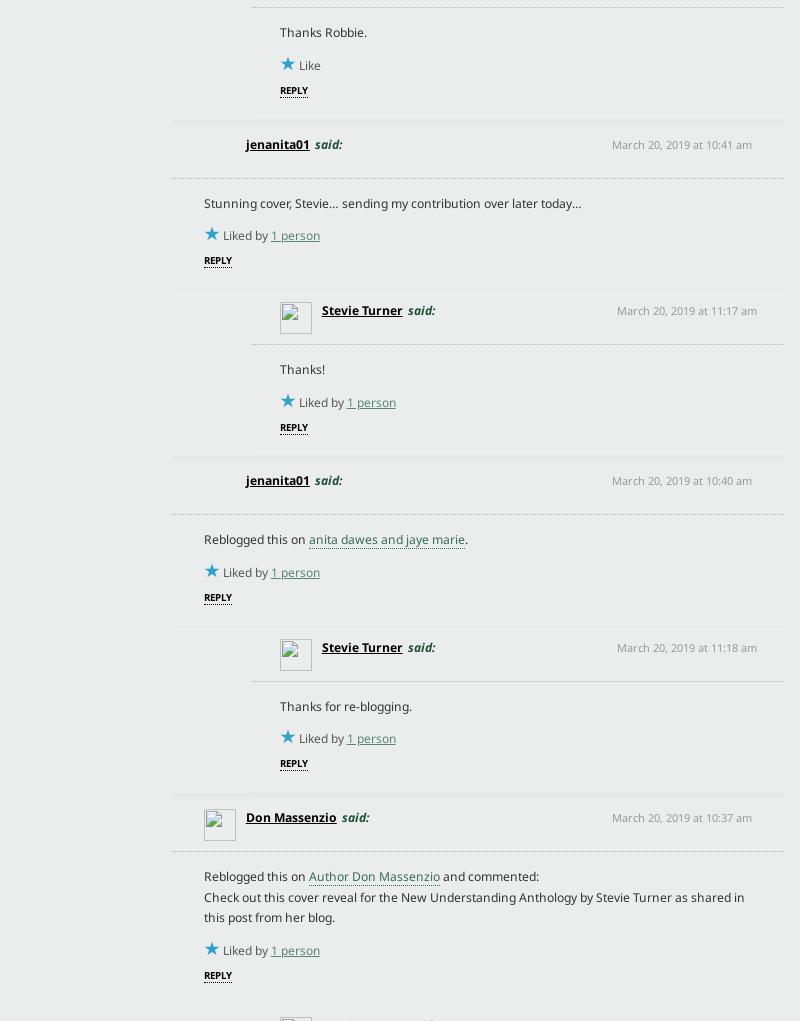 This screenshot has width=800, height=1021. What do you see at coordinates (682, 479) in the screenshot?
I see `'March 20, 2019 at 10:40 am'` at bounding box center [682, 479].